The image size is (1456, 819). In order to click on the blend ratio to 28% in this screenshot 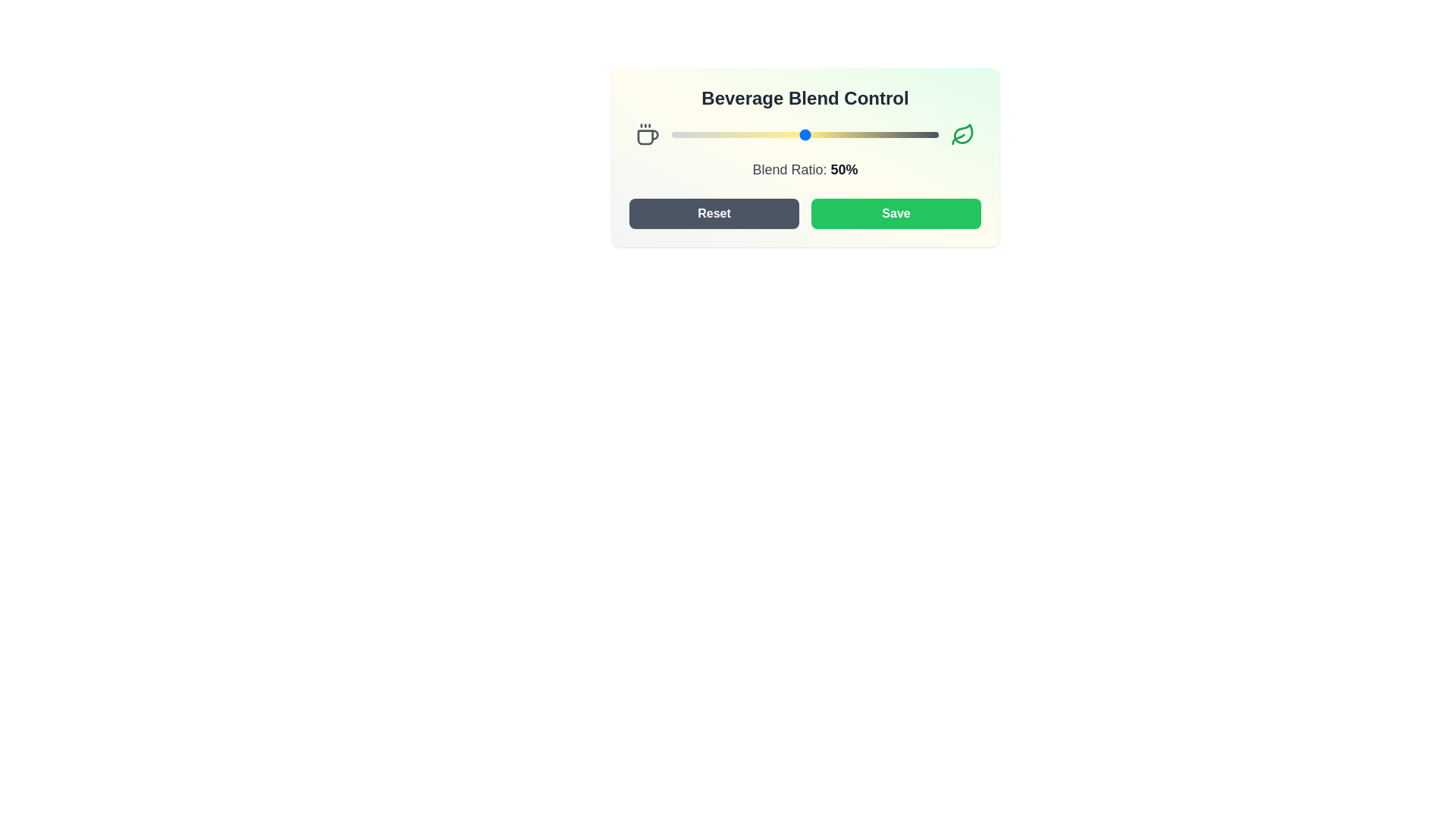, I will do `click(746, 133)`.